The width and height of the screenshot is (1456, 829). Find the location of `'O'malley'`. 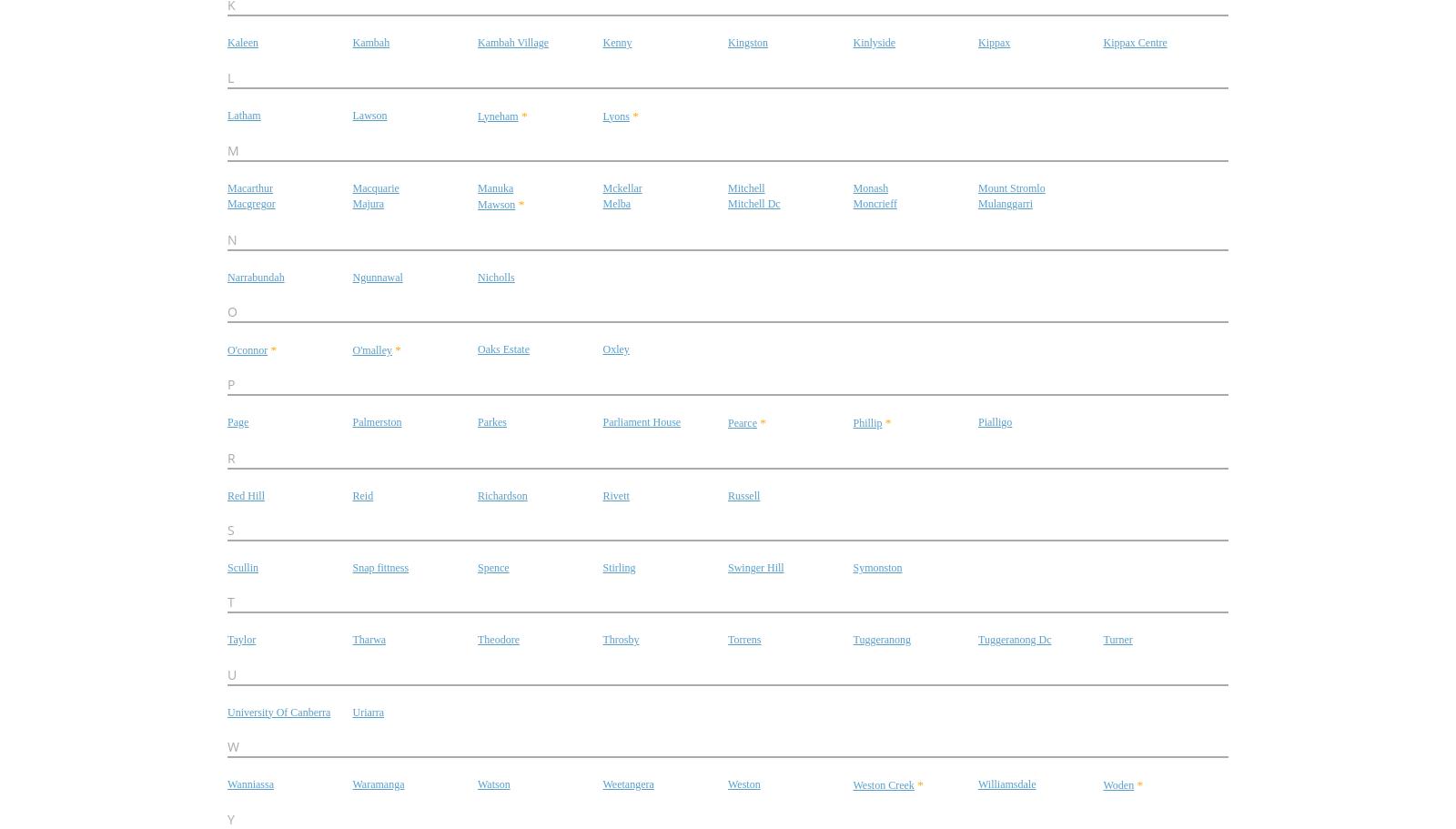

'O'malley' is located at coordinates (370, 349).